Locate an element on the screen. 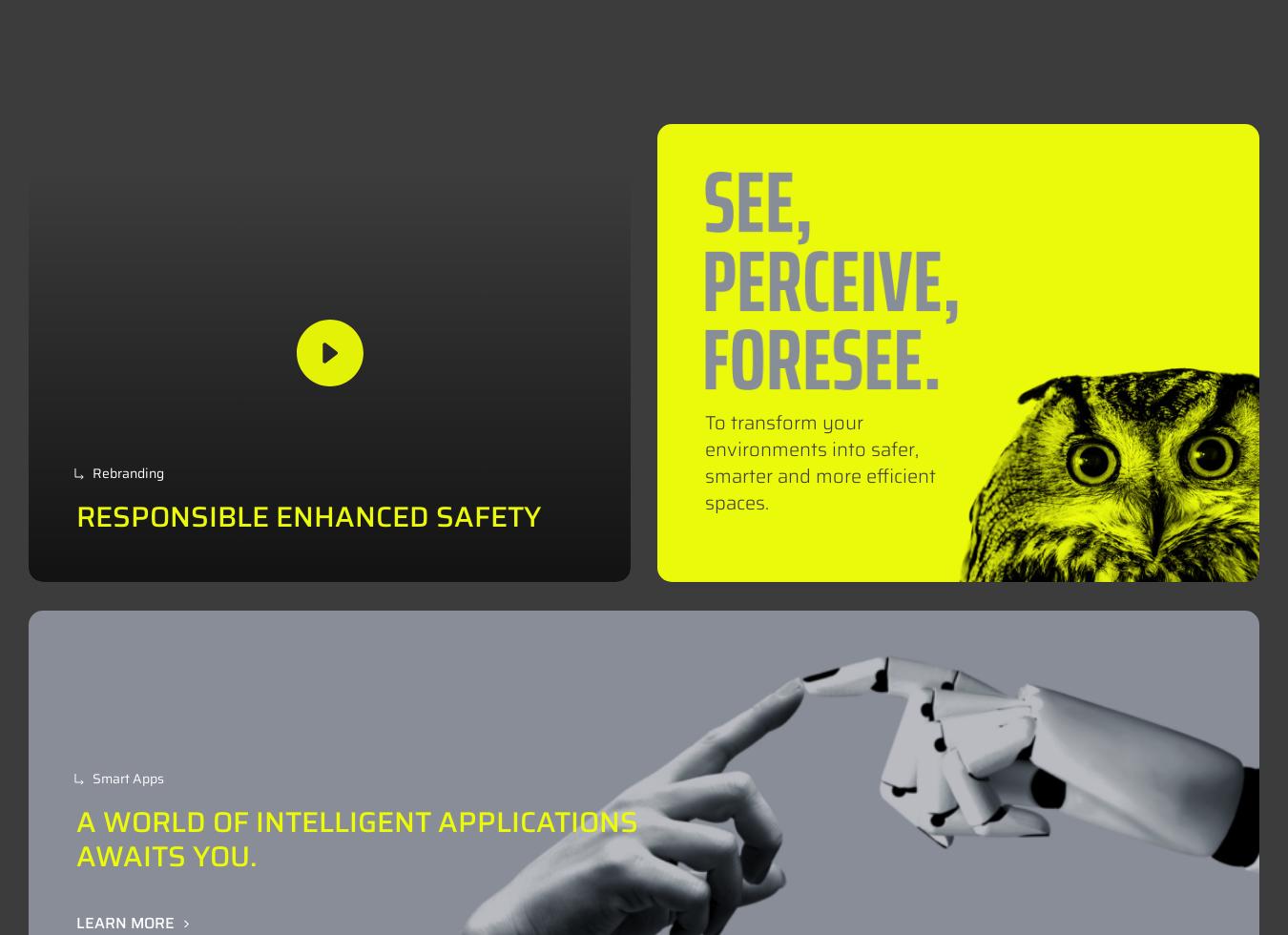  'CONTACT US' is located at coordinates (1134, 47).